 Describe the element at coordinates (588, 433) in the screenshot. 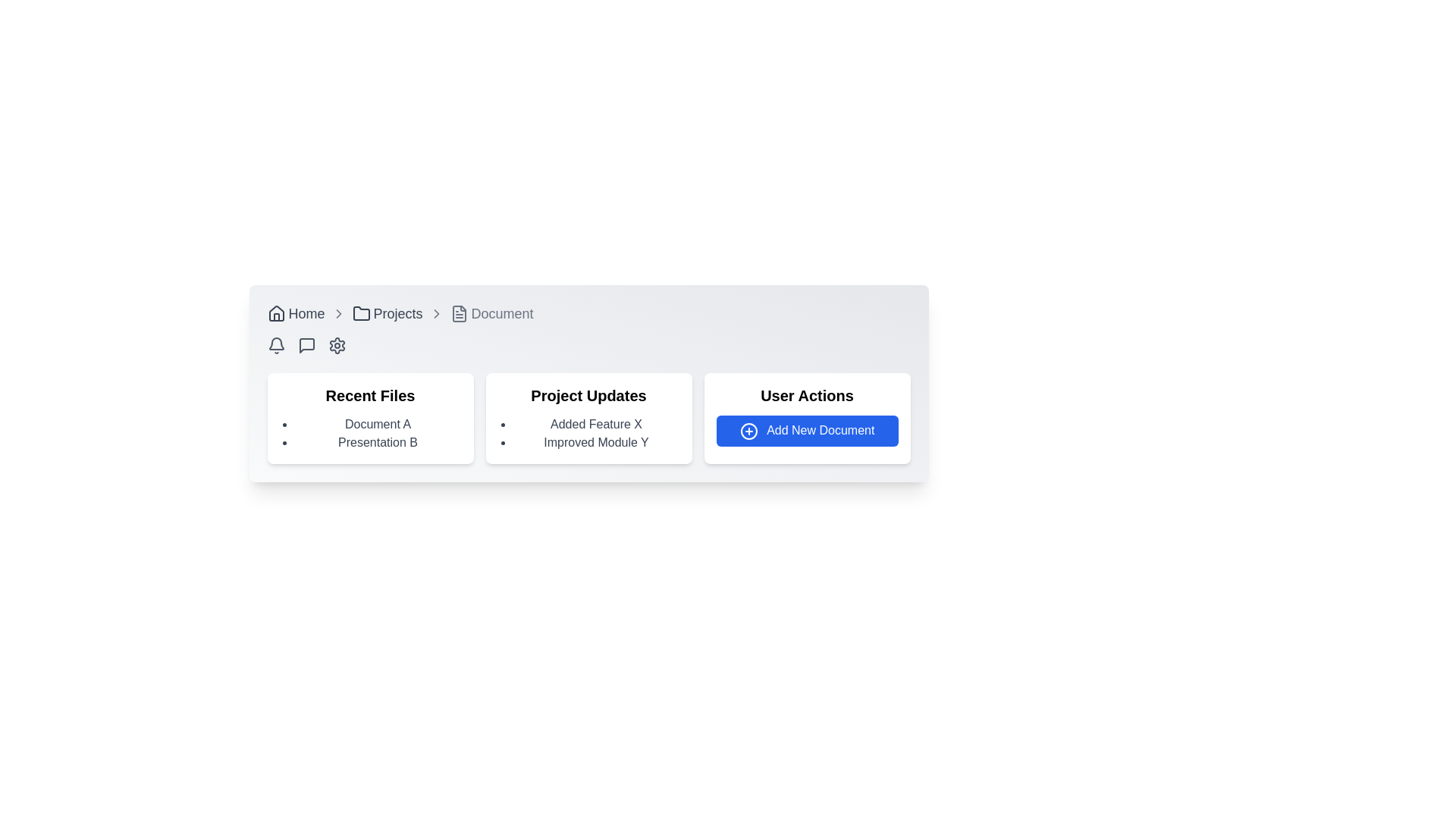

I see `the unordered list containing the items 'Added Feature X' and 'Improved Module Y' within the 'Project Updates' card` at that location.